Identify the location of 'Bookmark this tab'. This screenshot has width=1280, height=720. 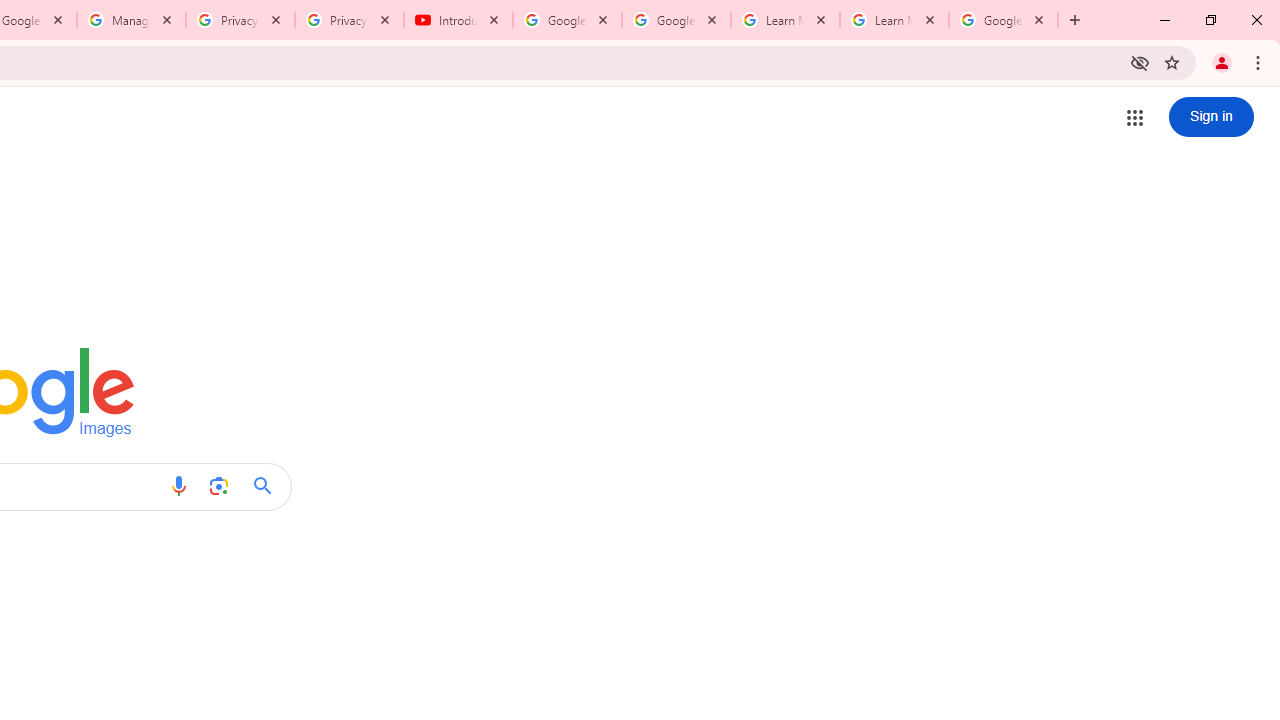
(1171, 61).